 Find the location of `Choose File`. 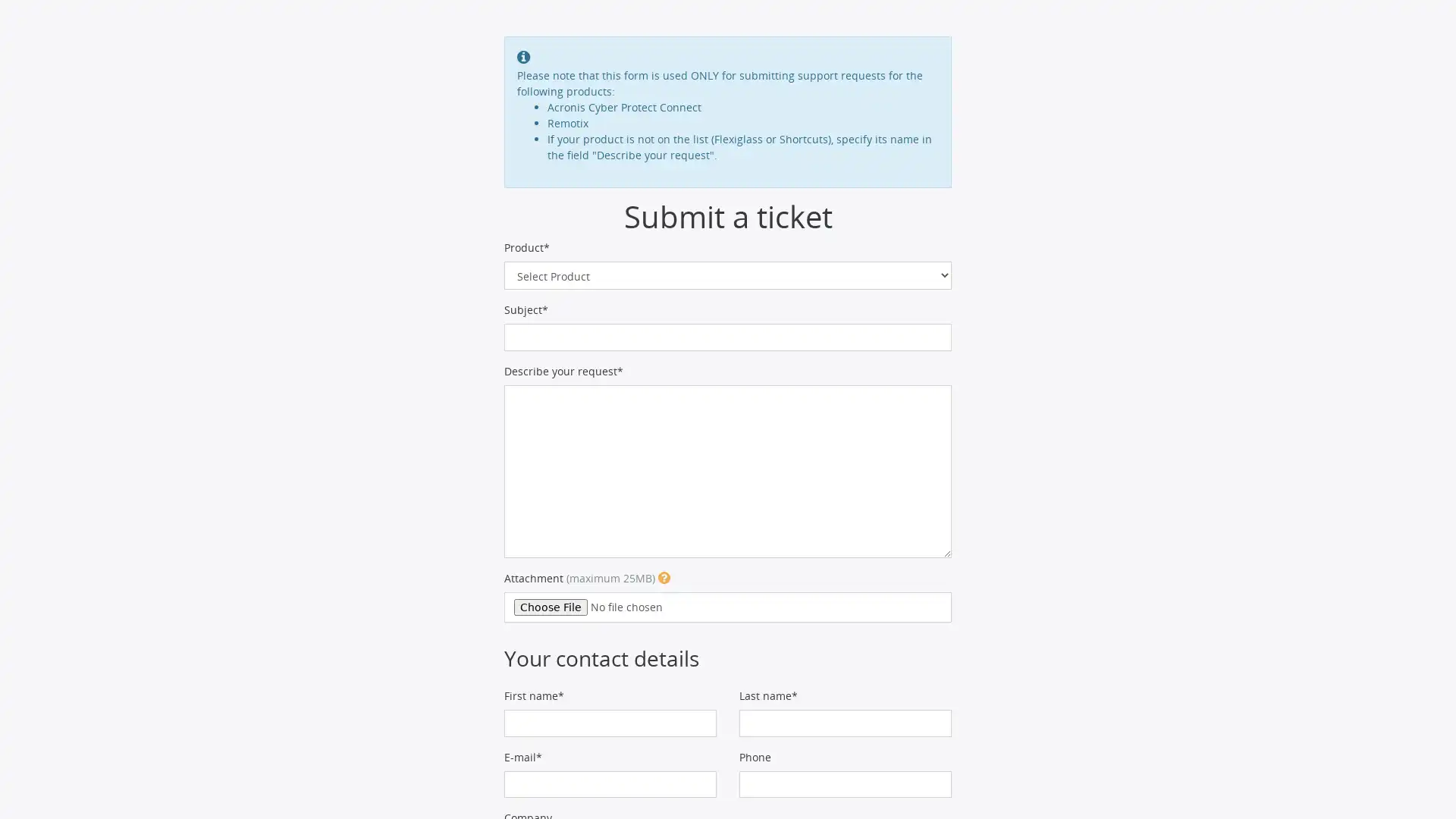

Choose File is located at coordinates (550, 605).